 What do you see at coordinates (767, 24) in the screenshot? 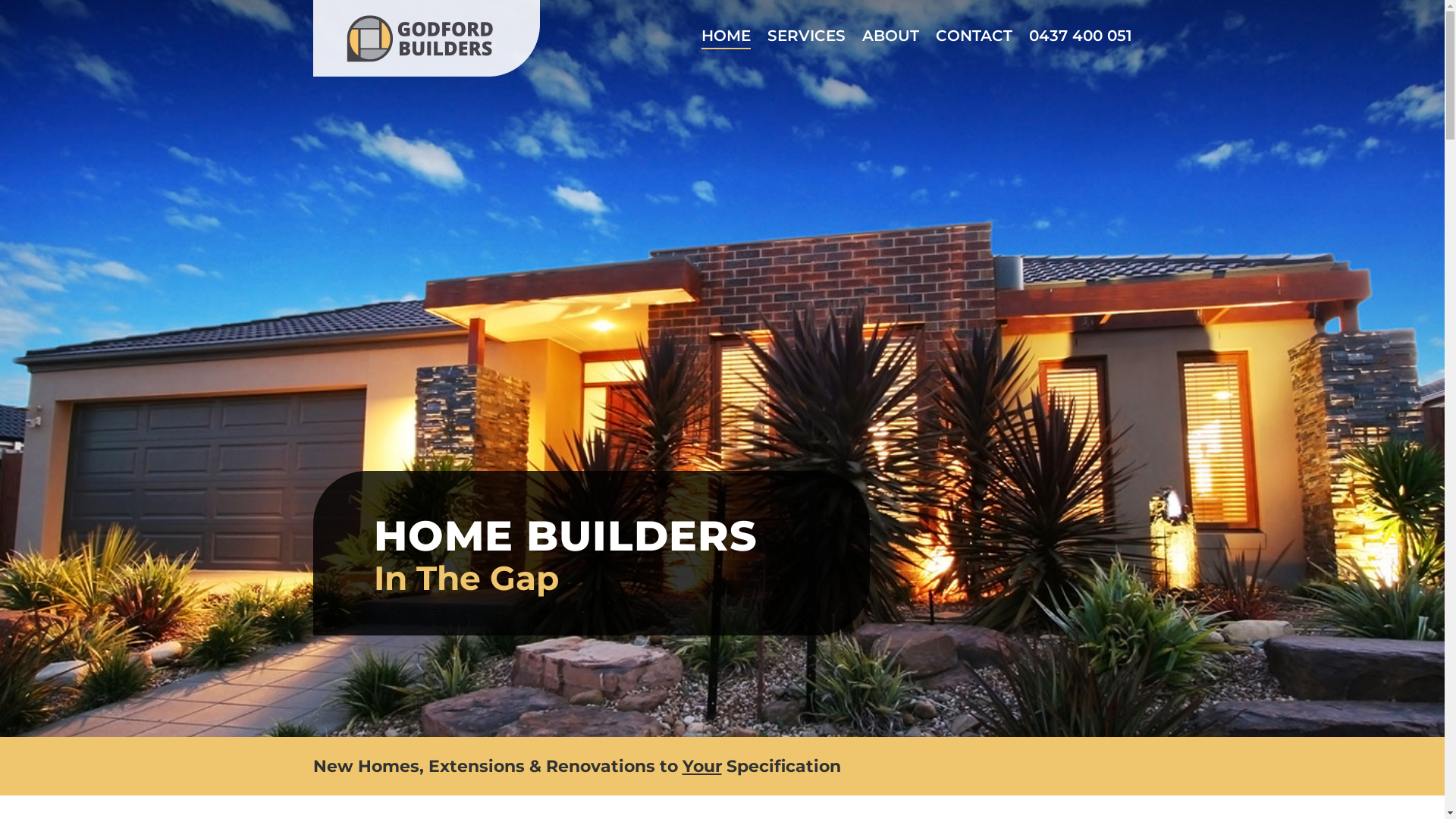
I see `'SERVICES'` at bounding box center [767, 24].